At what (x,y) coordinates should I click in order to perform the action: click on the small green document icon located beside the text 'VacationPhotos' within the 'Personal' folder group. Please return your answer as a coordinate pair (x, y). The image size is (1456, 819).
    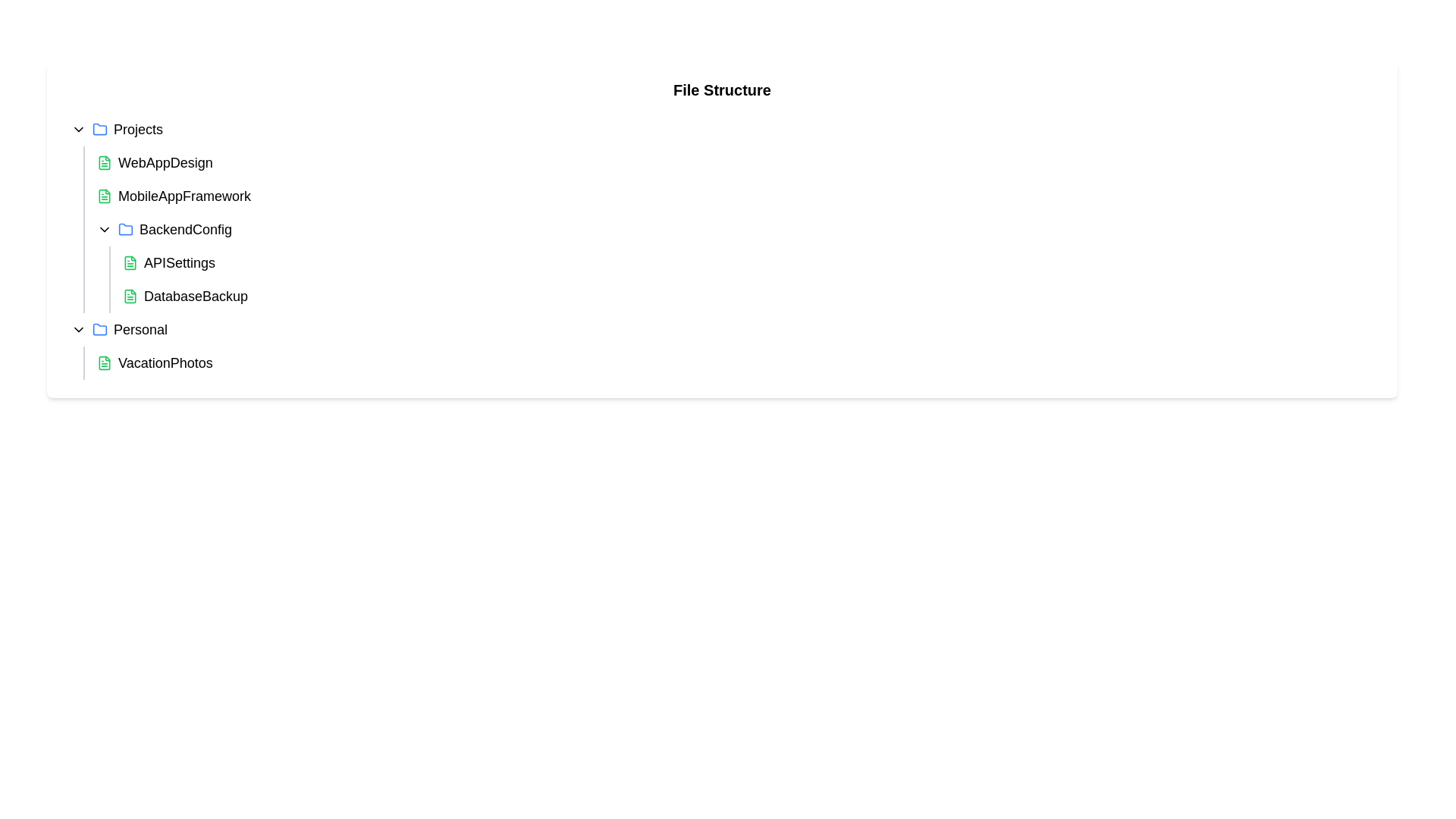
    Looking at the image, I should click on (104, 362).